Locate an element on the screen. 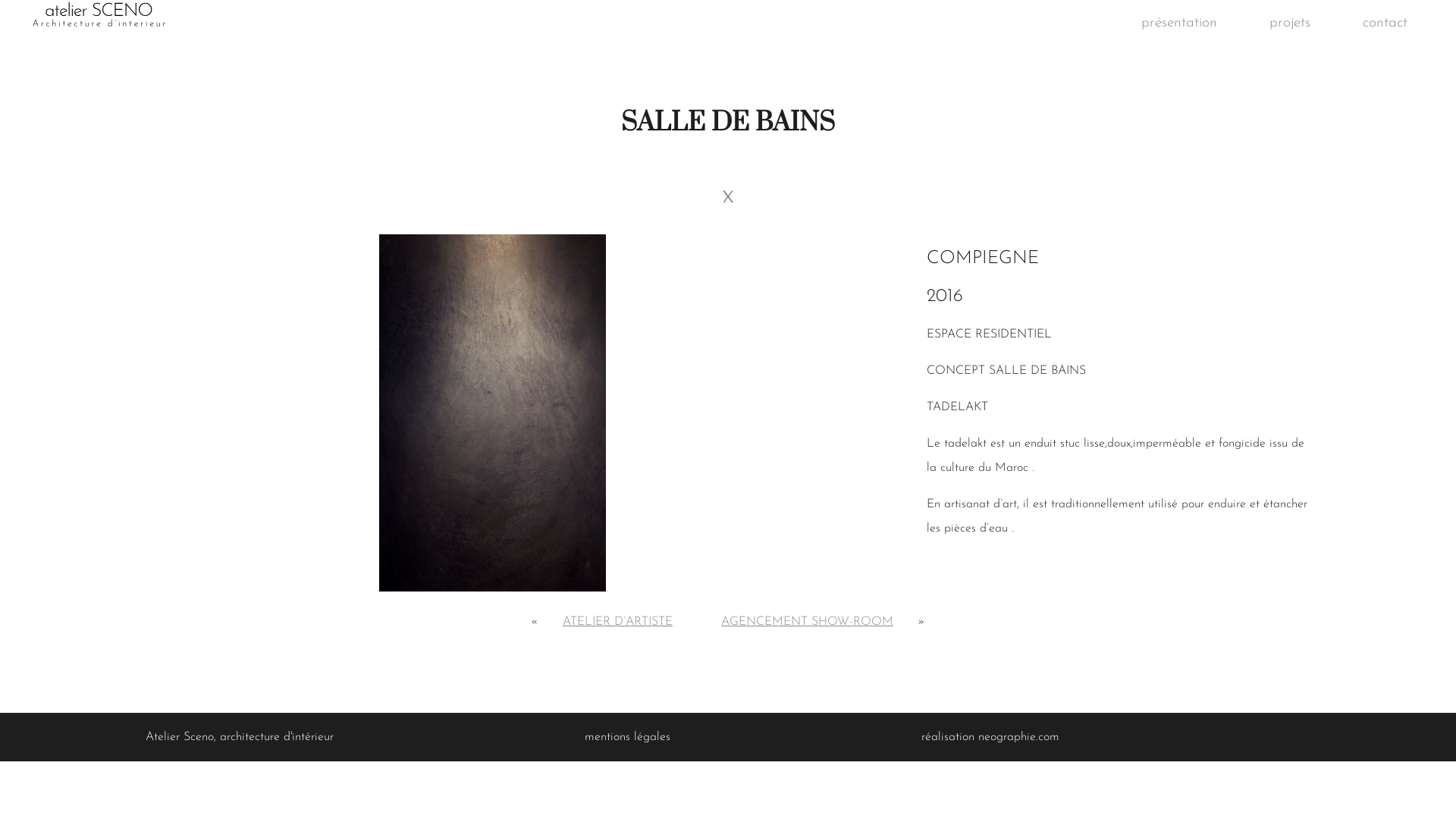 This screenshot has height=819, width=1456. 'x' is located at coordinates (728, 194).